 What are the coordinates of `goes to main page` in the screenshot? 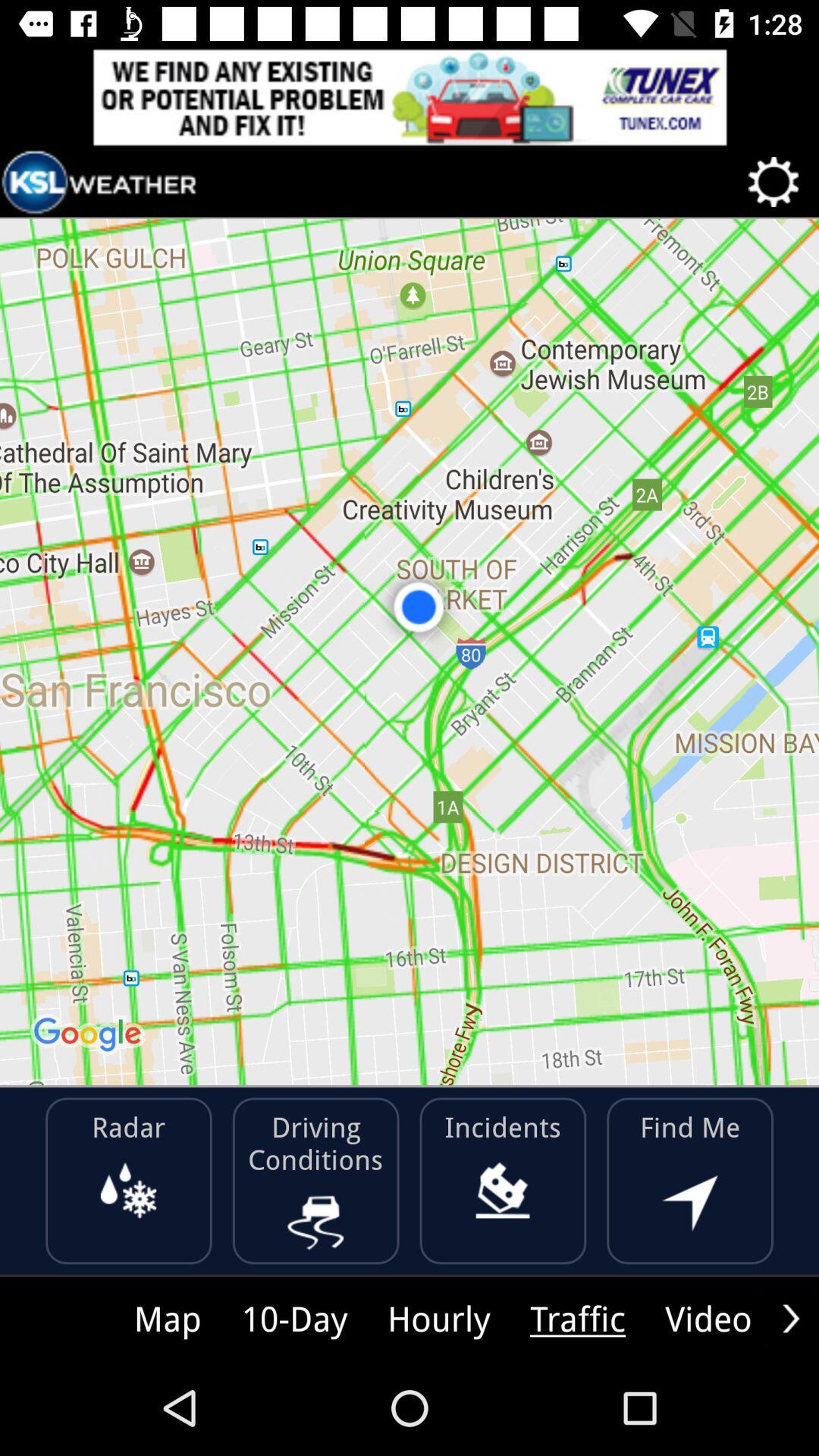 It's located at (99, 182).